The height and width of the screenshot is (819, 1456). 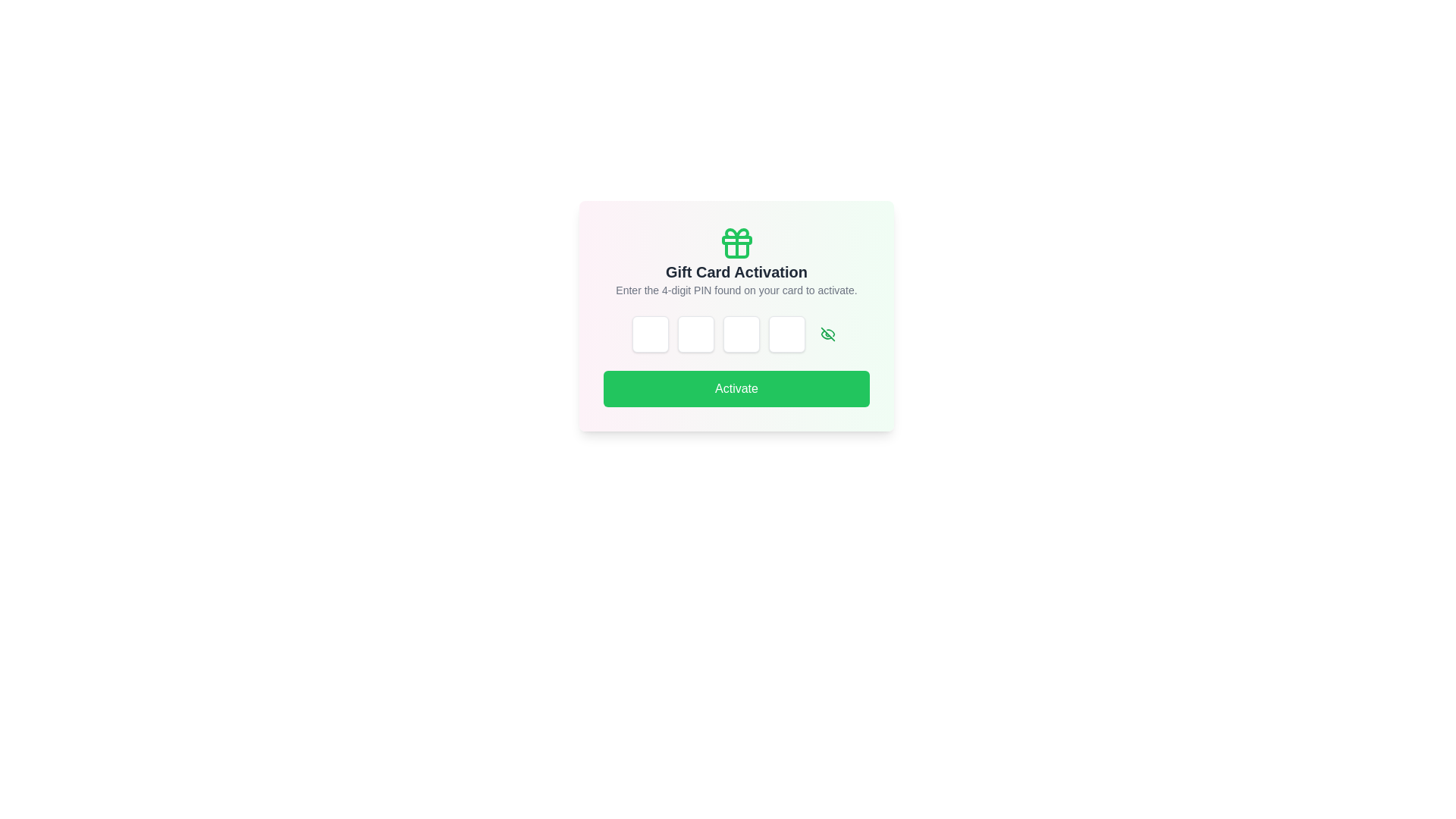 I want to click on the static text element that instructs users to 'Enter the 4-digit PIN found on your card to activate.' This text is styled in a smaller gray font and is positioned directly beneath the title 'Gift Card Activation.', so click(x=736, y=290).